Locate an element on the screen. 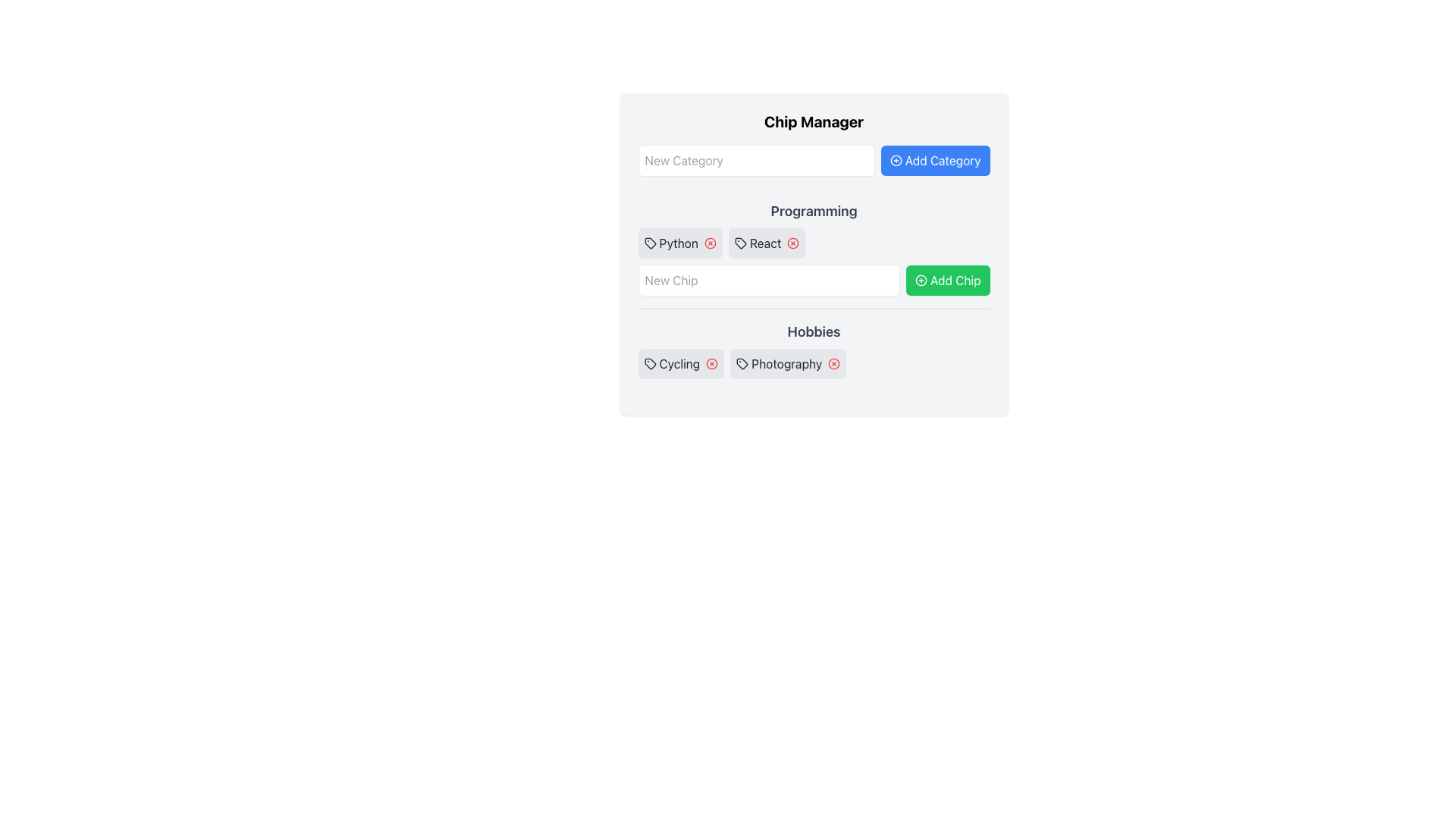 The width and height of the screenshot is (1456, 819). the header label that indicates the context or grouping of the chips below it, located directly below the 'Add Category' button and above the chips labeled 'Python' and 'React' in the 'Chip Manager' card is located at coordinates (813, 211).